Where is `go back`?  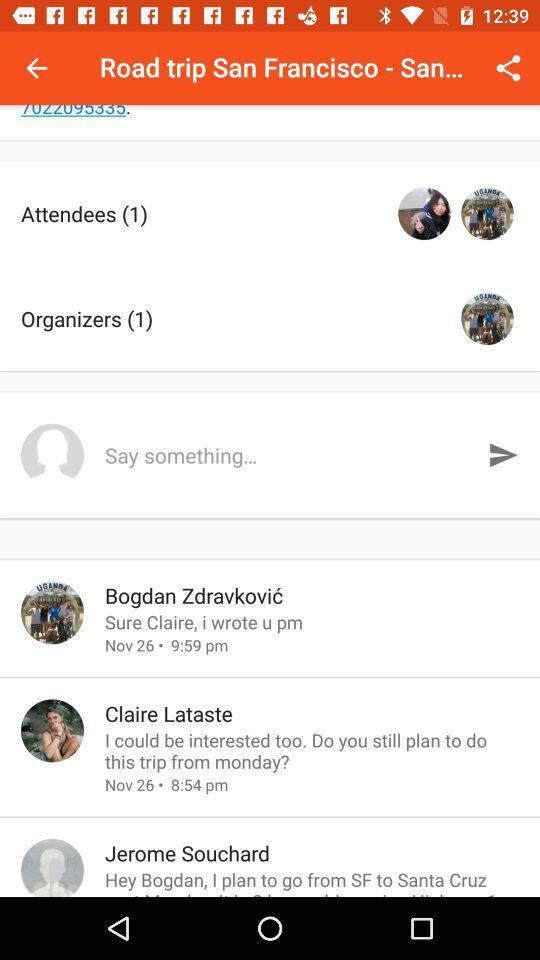
go back is located at coordinates (36, 68).